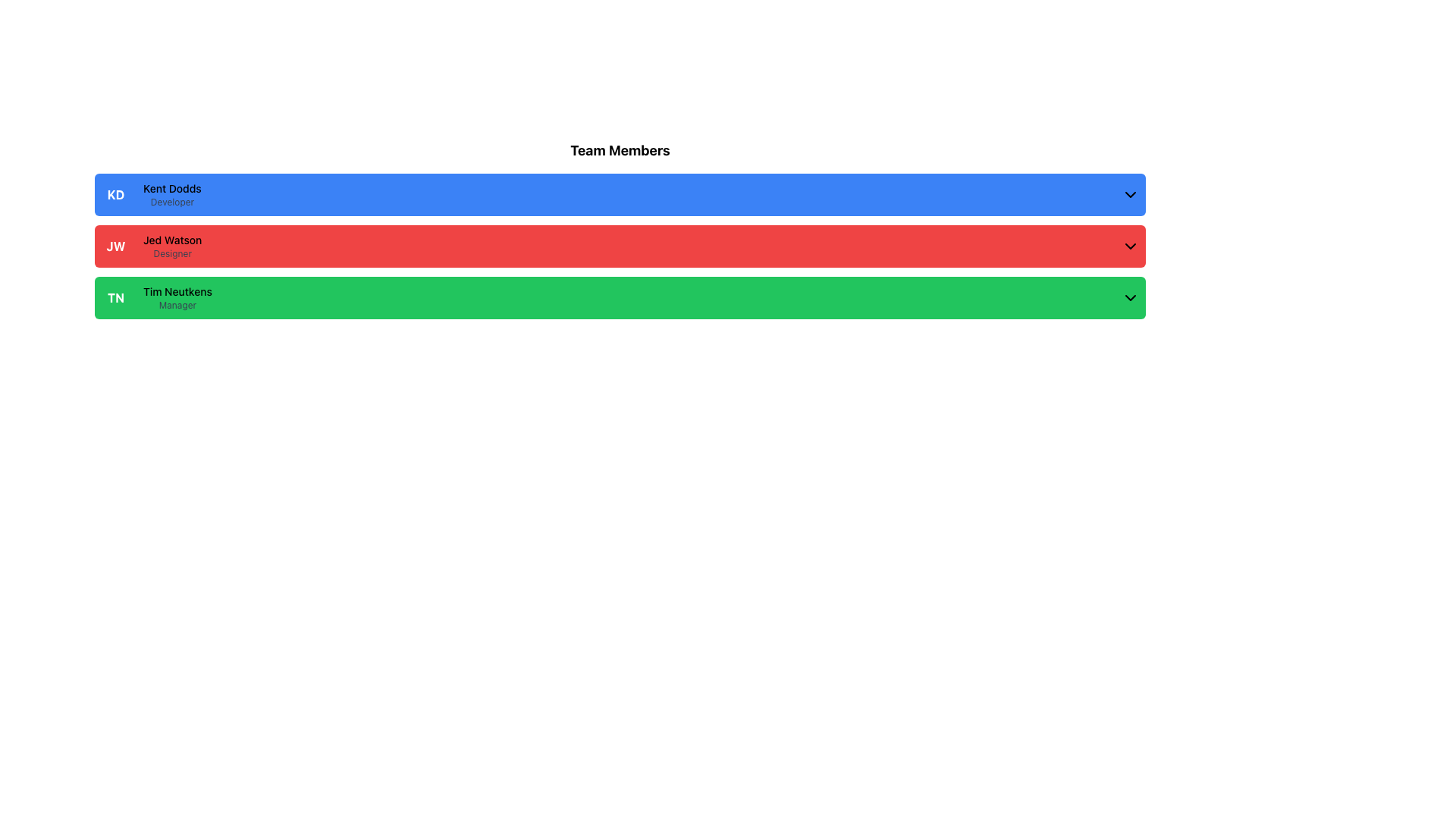  Describe the element at coordinates (172, 188) in the screenshot. I see `the text label displaying 'Kent Dodds' within the blue rectangular area labeled 'KD'` at that location.